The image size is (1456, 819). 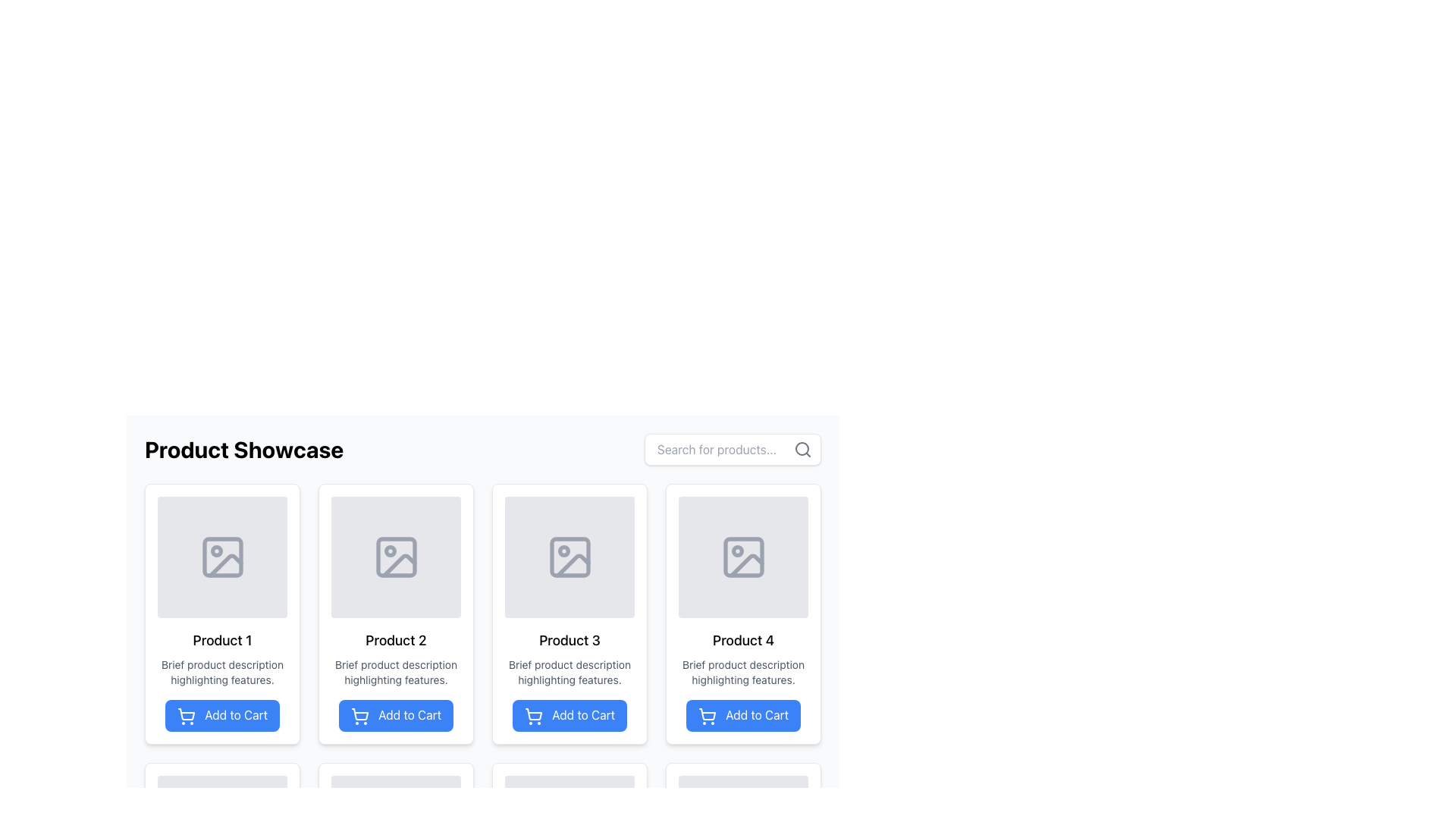 What do you see at coordinates (733, 449) in the screenshot?
I see `the Text Input Field for searching products by clearing any typed text` at bounding box center [733, 449].